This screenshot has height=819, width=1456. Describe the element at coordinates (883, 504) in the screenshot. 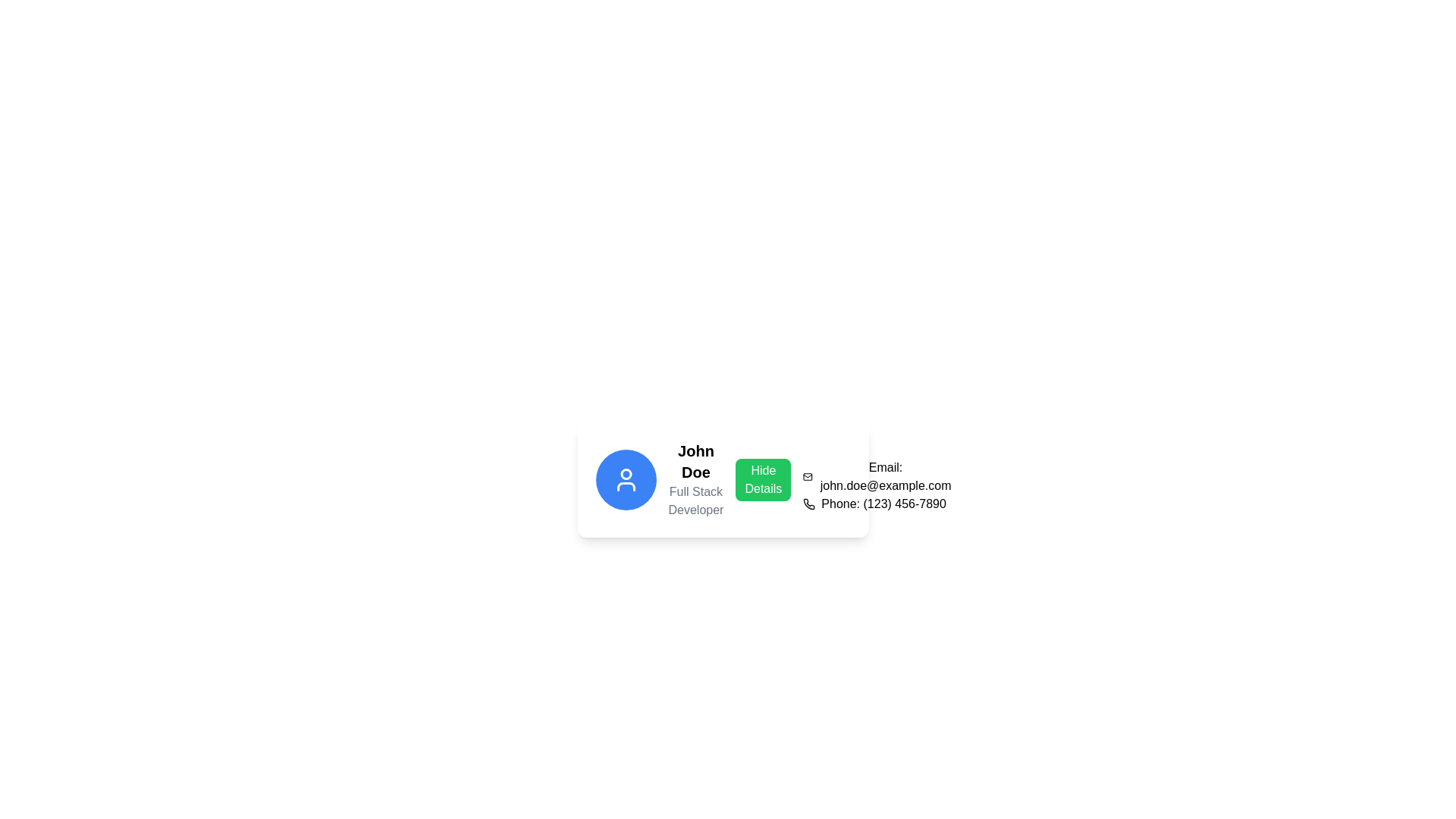

I see `the non-interactive Text label displaying the user's contact phone number located at the bottom-right corner of the profile summary card, adjacent to the email address text field` at that location.